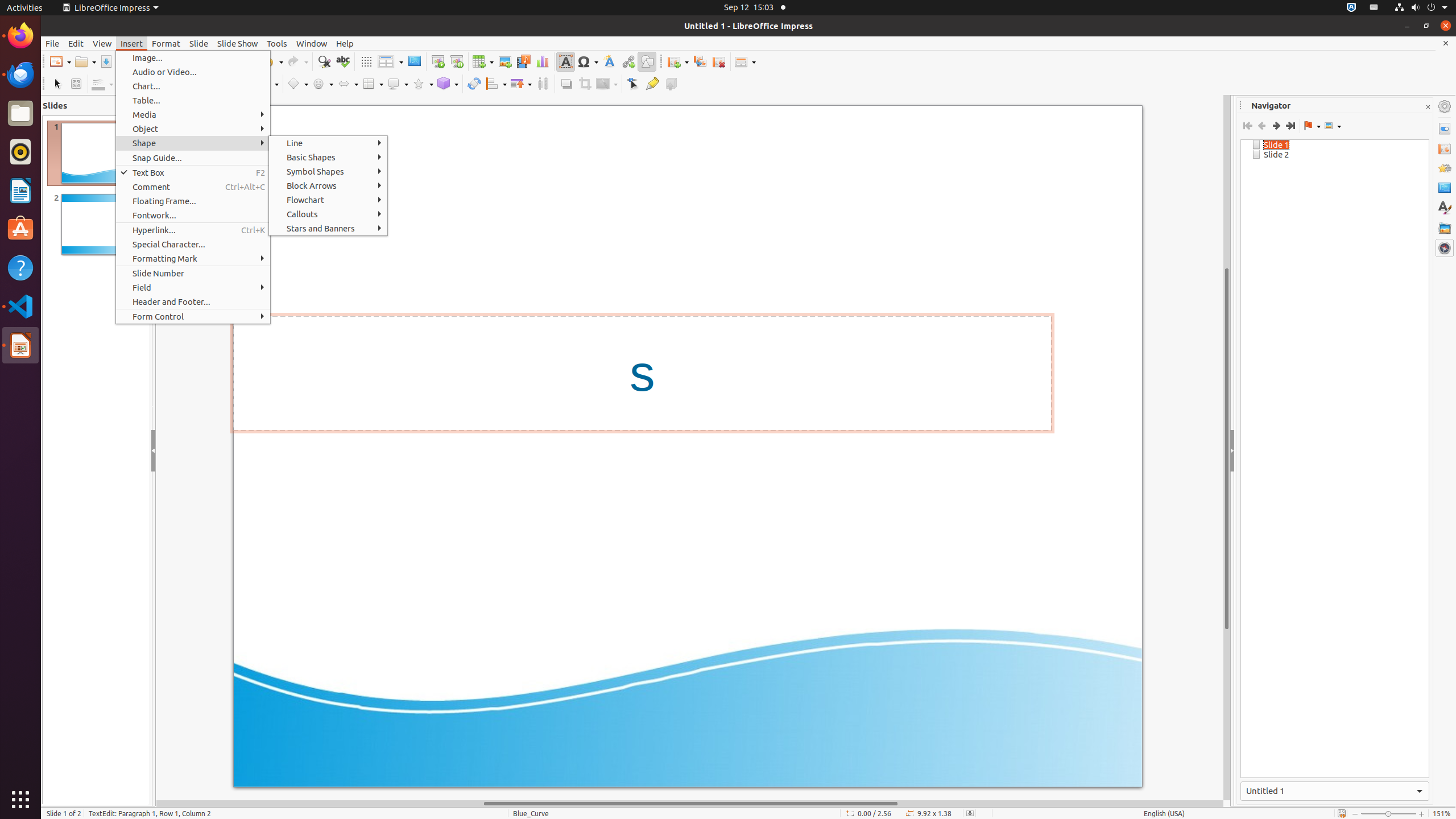 The height and width of the screenshot is (819, 1456). What do you see at coordinates (102, 43) in the screenshot?
I see `'View'` at bounding box center [102, 43].